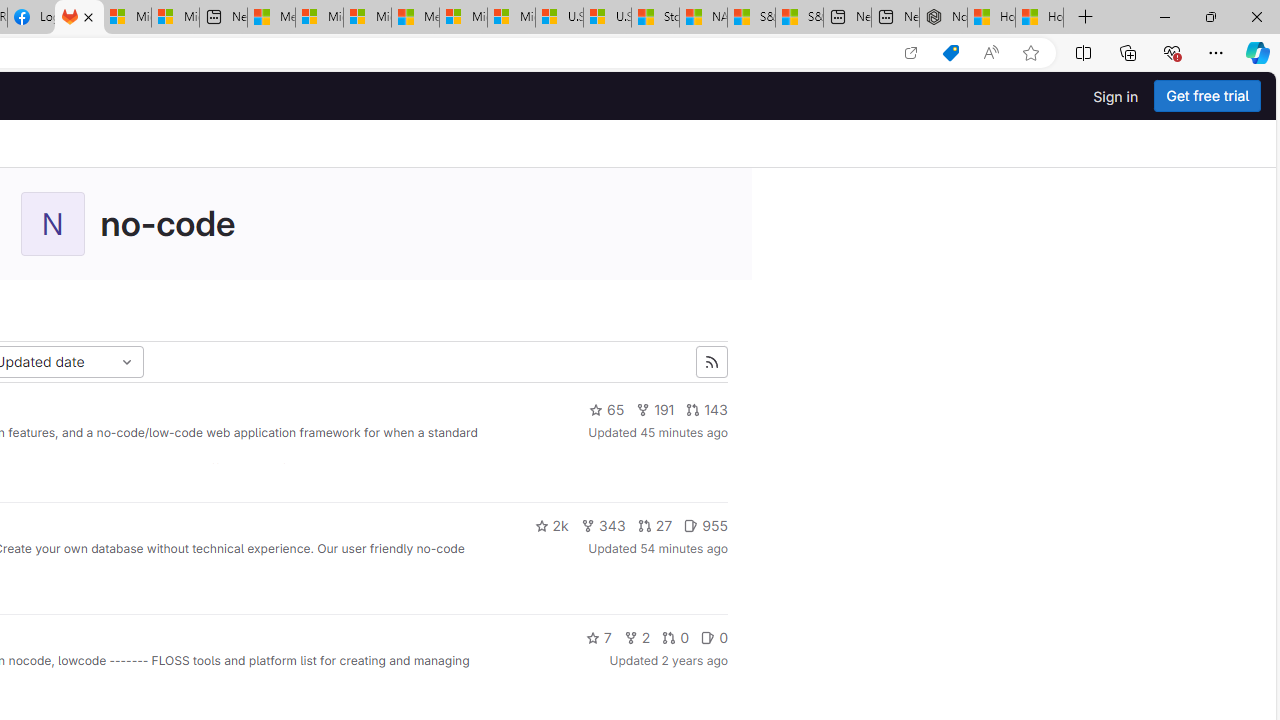  Describe the element at coordinates (655, 409) in the screenshot. I see `'191'` at that location.